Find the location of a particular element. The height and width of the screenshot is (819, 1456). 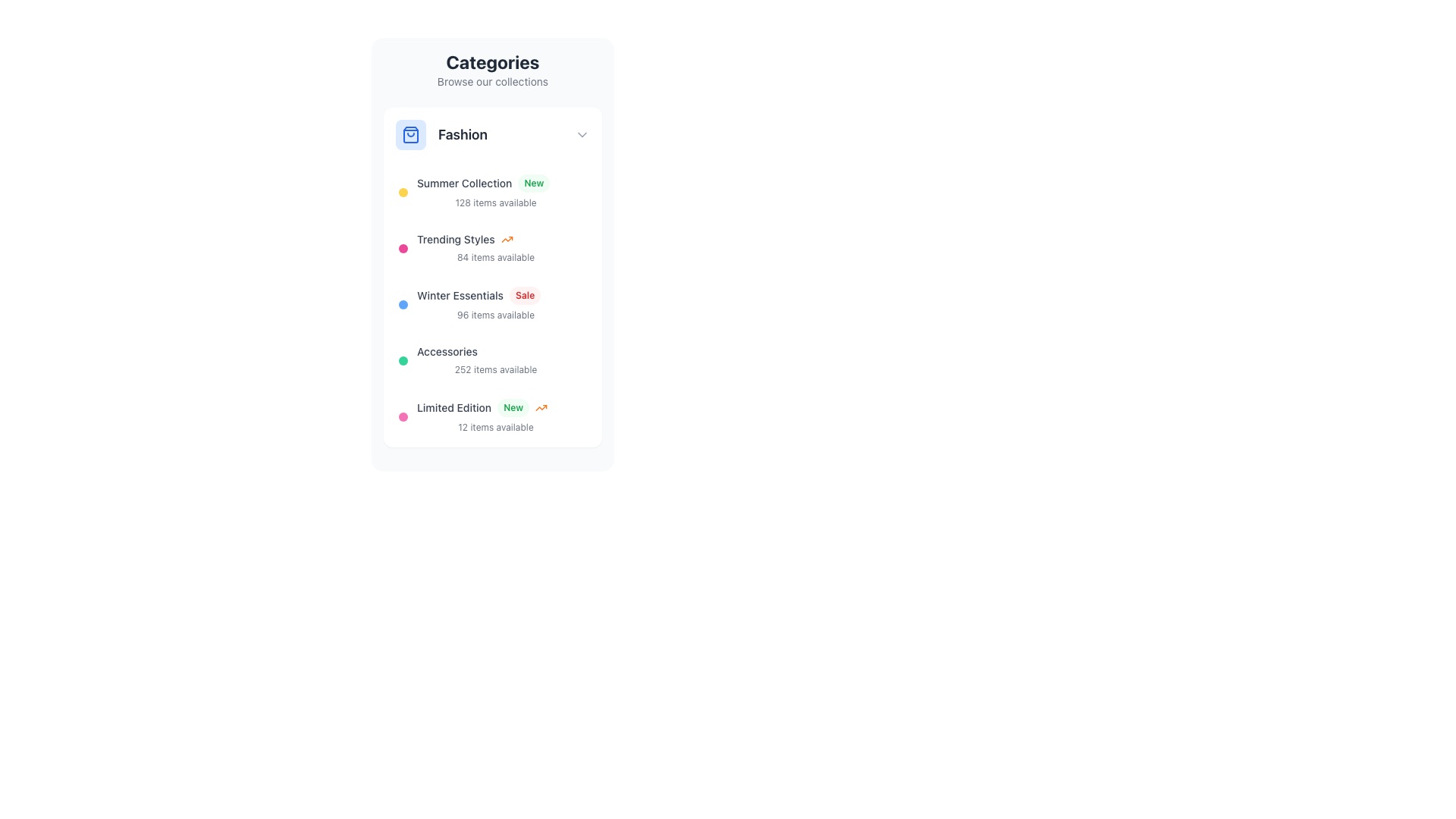

the list item labeled 'Winter Essentials' which includes a 'Sale' badge and subtext '96 items available' is located at coordinates (492, 304).